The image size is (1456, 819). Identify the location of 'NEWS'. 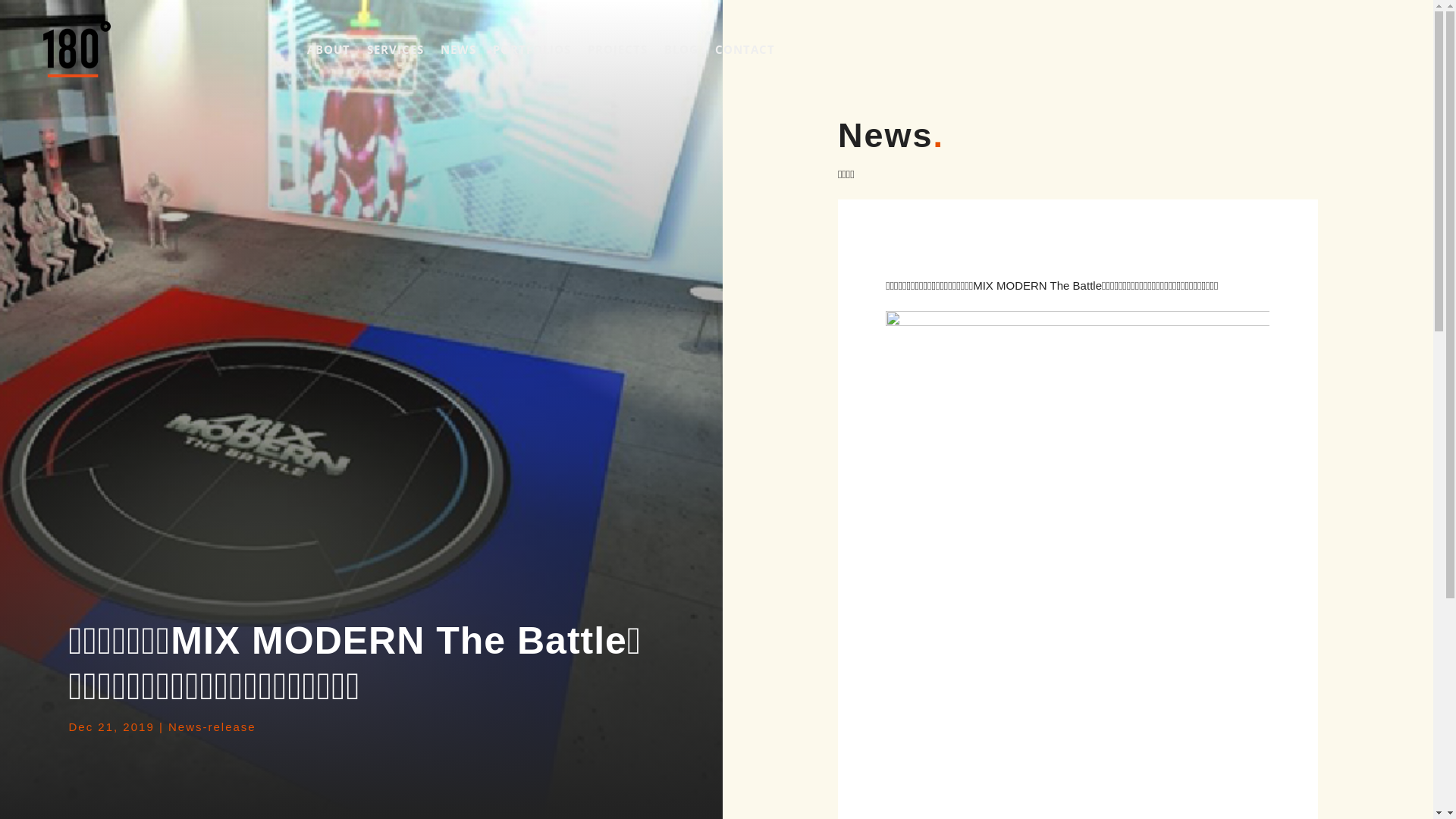
(457, 49).